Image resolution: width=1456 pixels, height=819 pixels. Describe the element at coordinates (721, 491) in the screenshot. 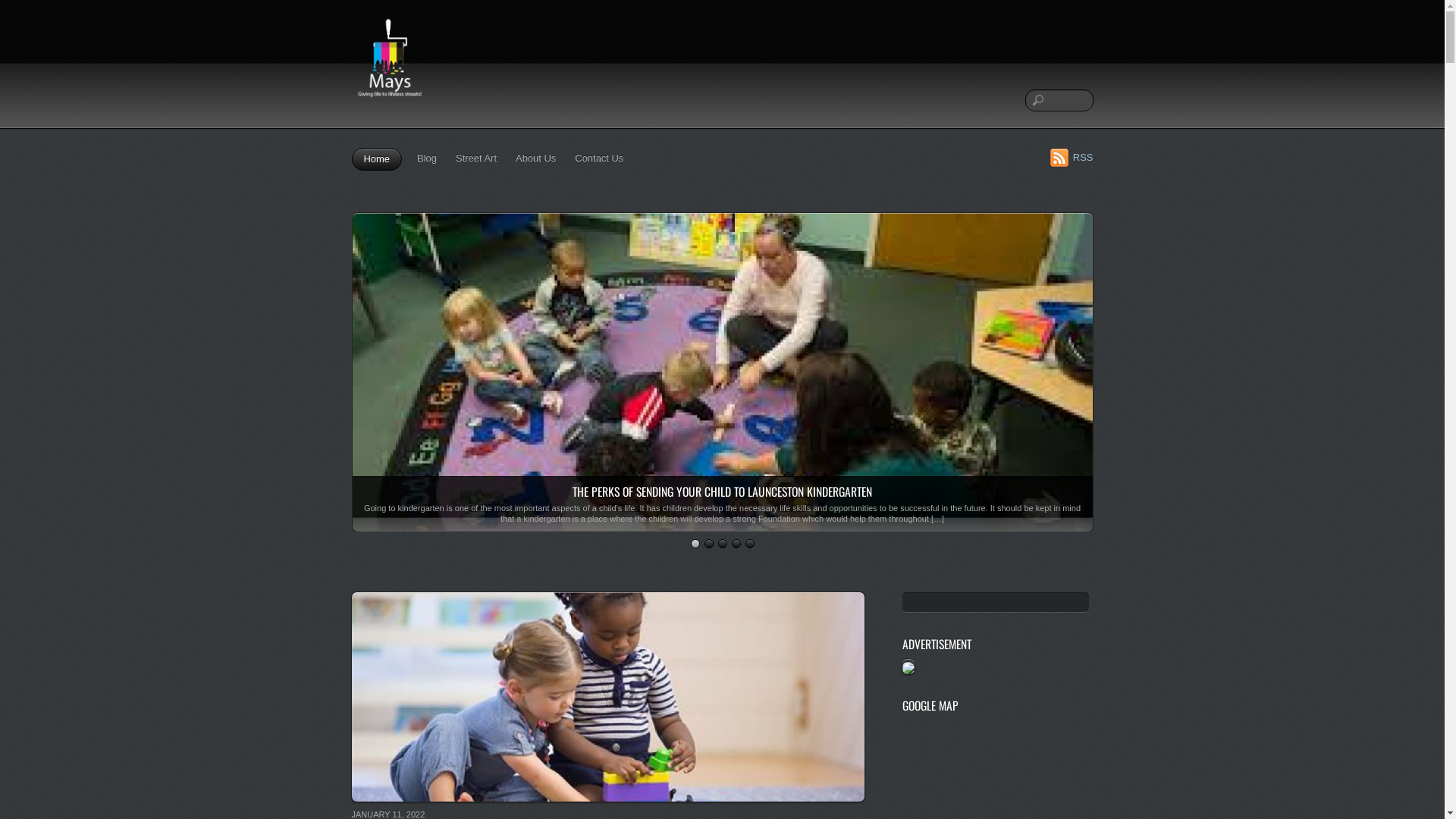

I see `'THE PERKS OF SENDING YOUR CHILD TO LAUNCESTON KINDERGARTEN'` at that location.